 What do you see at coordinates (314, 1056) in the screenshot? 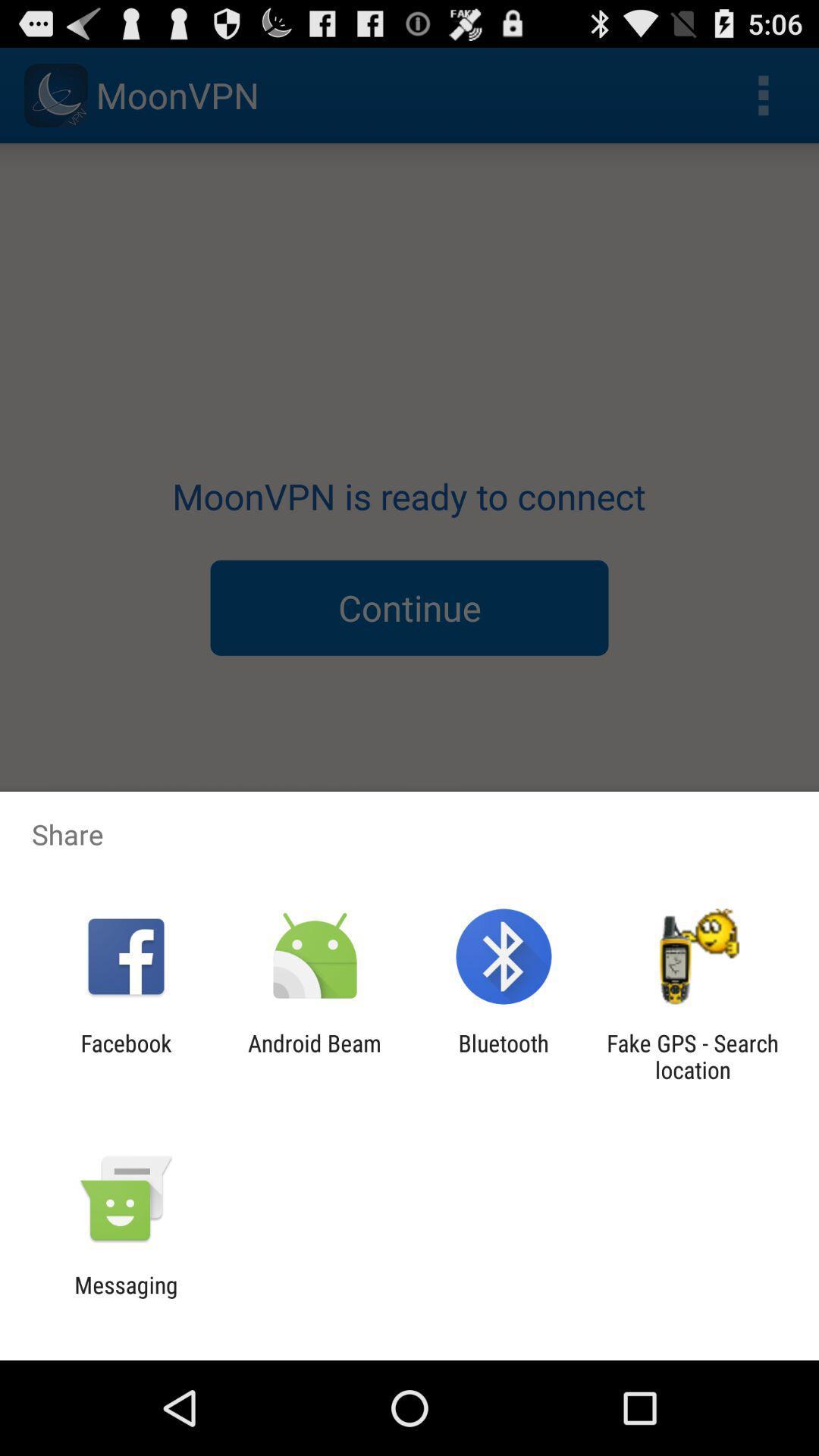
I see `icon next to the facebook` at bounding box center [314, 1056].